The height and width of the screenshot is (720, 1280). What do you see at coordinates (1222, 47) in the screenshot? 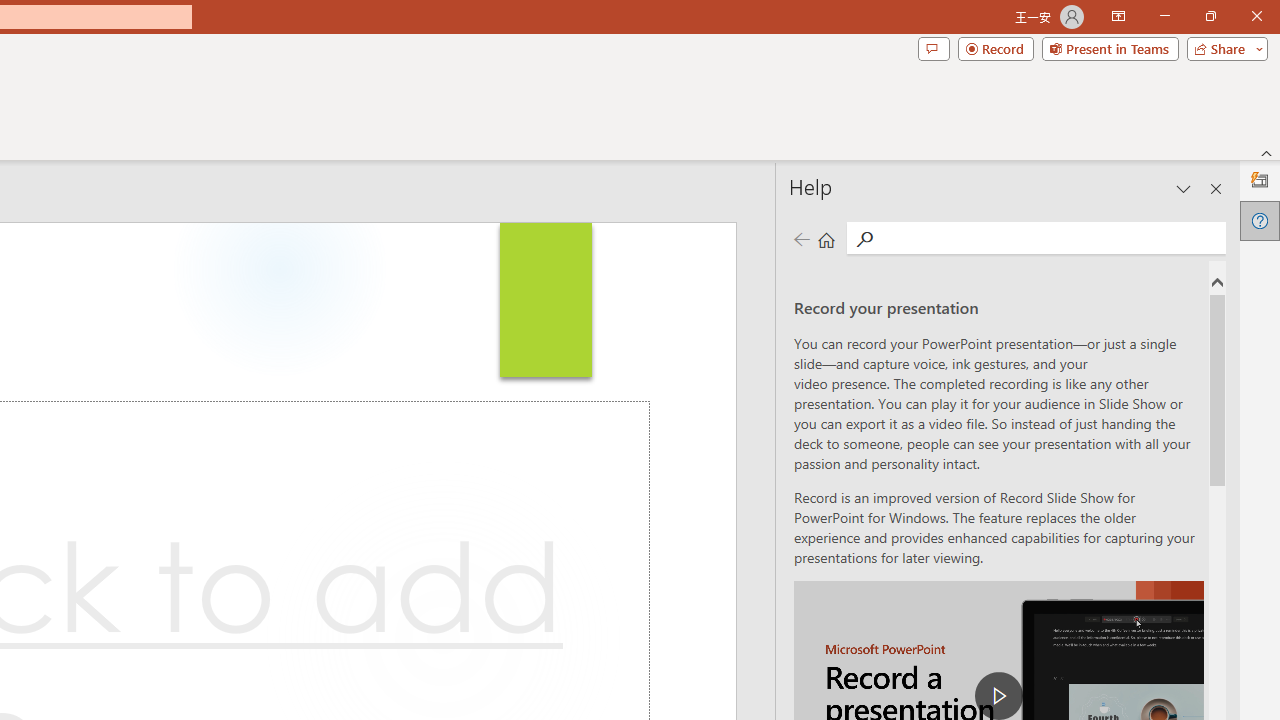
I see `'Share'` at bounding box center [1222, 47].